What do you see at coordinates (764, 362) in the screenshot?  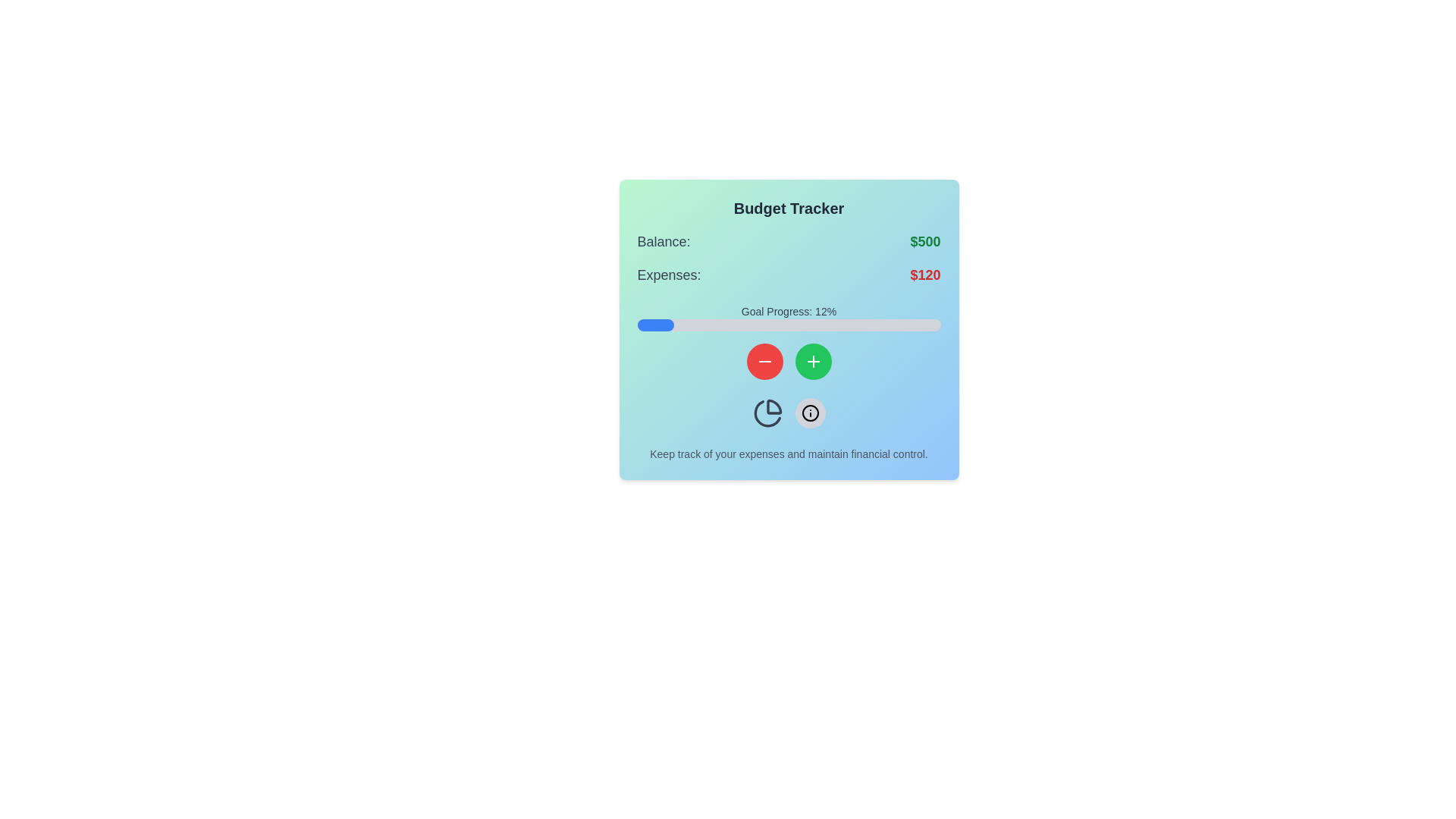 I see `the circular red button with a minus icon` at bounding box center [764, 362].